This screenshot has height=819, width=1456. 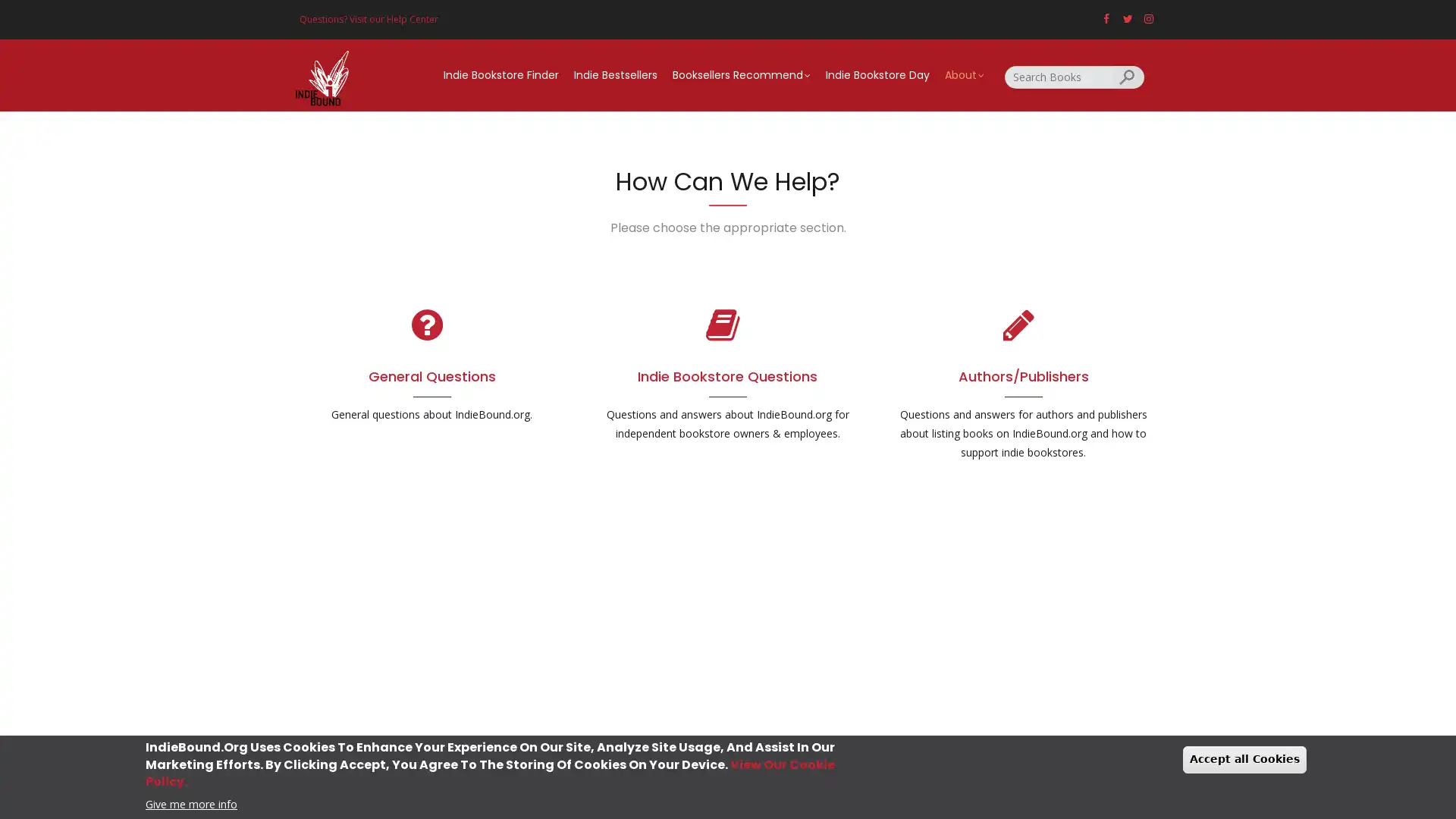 What do you see at coordinates (1128, 76) in the screenshot?
I see `Search` at bounding box center [1128, 76].